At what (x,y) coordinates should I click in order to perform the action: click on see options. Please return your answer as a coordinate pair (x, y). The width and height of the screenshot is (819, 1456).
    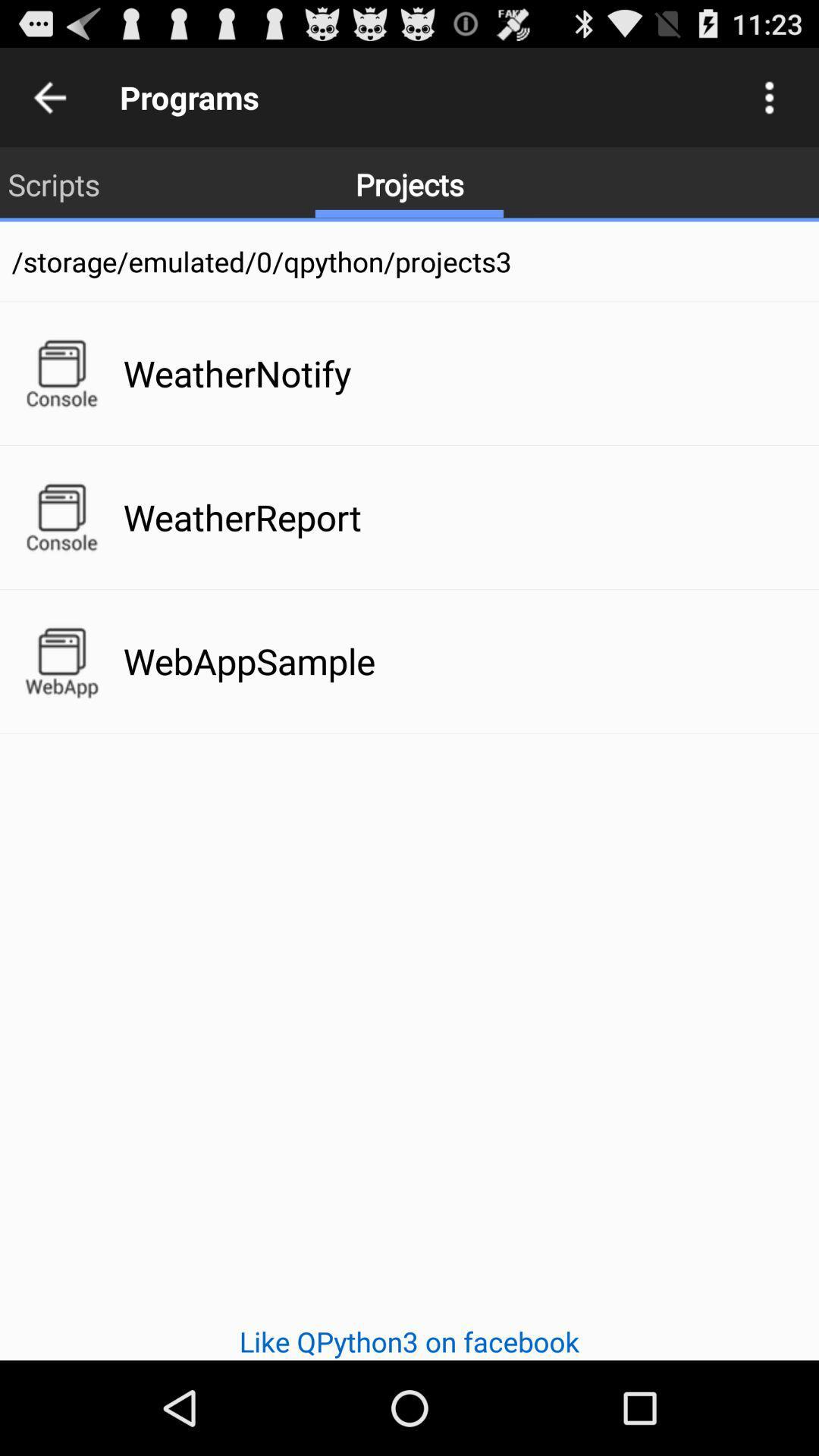
    Looking at the image, I should click on (769, 96).